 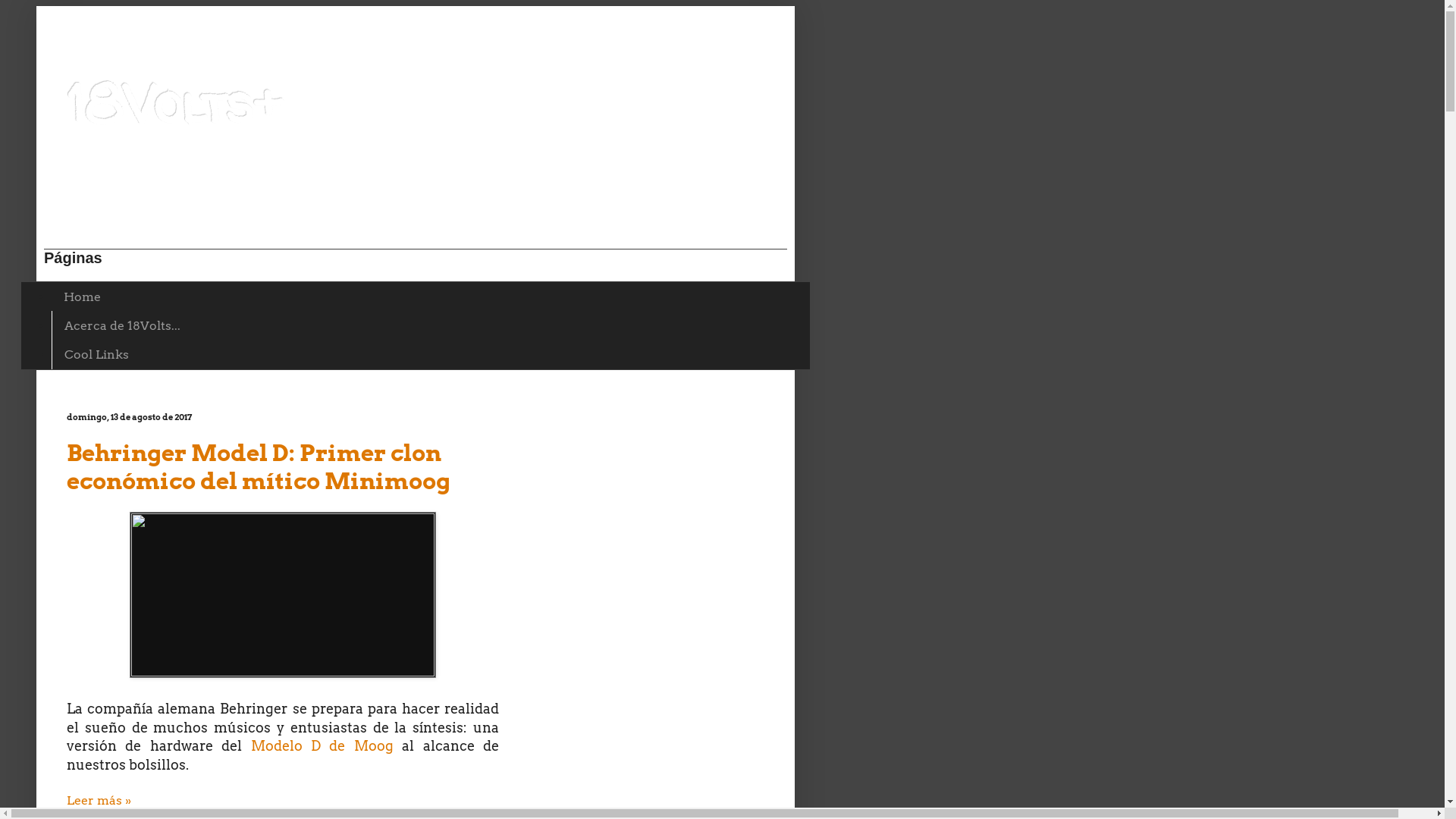 I want to click on '18Volts+', so click(x=174, y=102).